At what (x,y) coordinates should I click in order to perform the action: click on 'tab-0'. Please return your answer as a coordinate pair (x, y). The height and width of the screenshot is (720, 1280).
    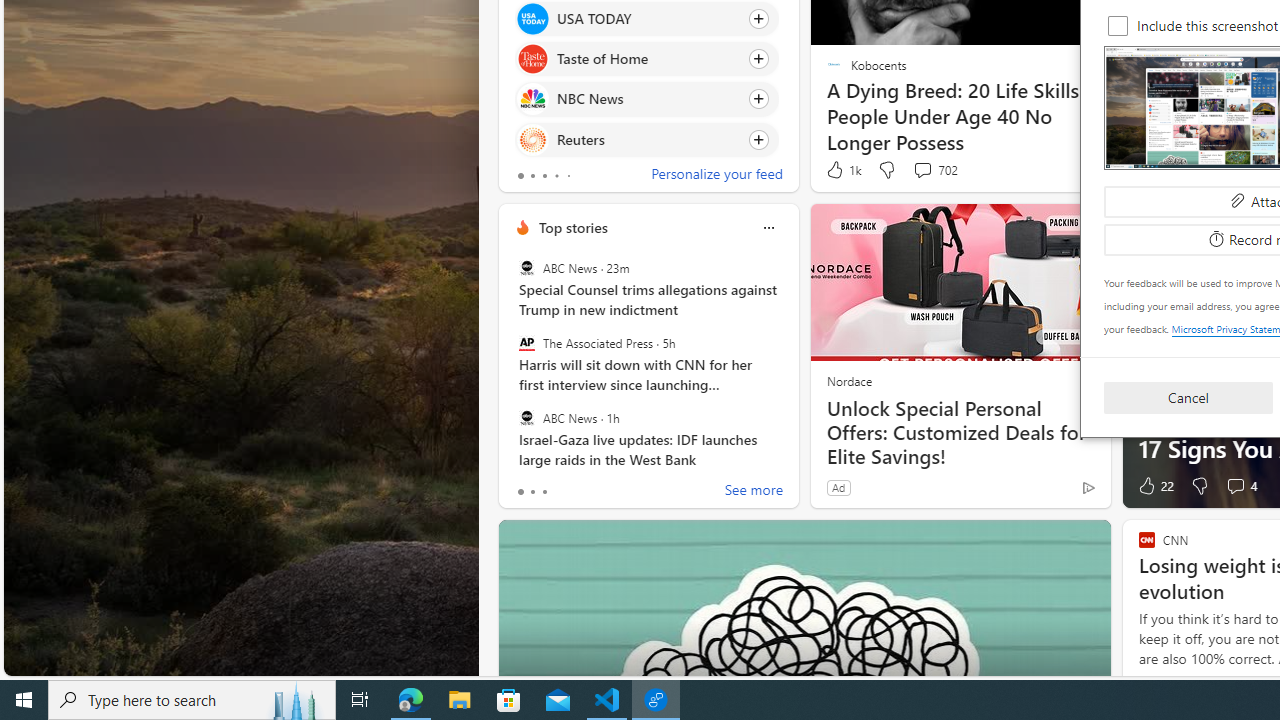
    Looking at the image, I should click on (520, 492).